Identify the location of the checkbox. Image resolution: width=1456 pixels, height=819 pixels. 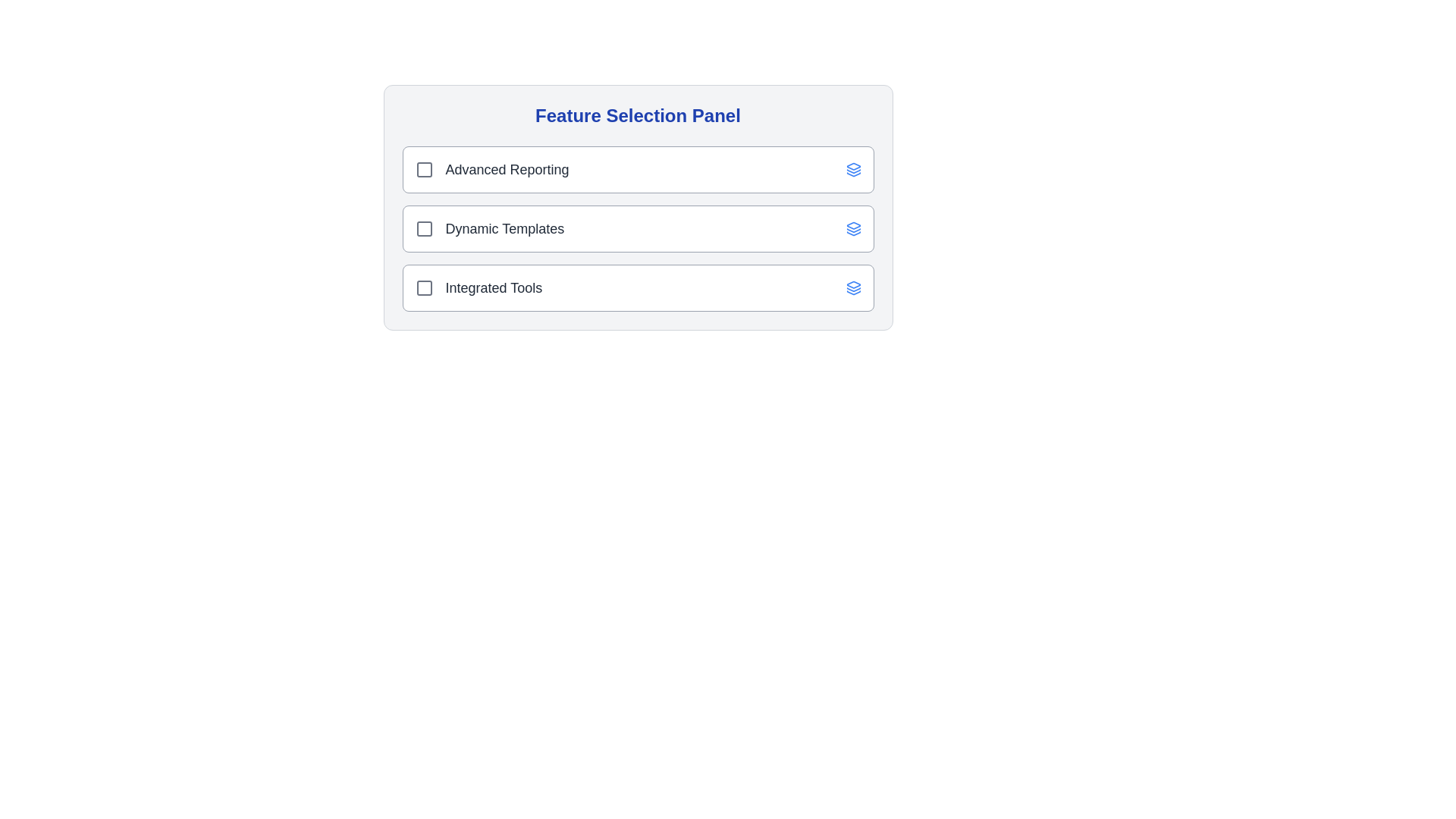
(424, 228).